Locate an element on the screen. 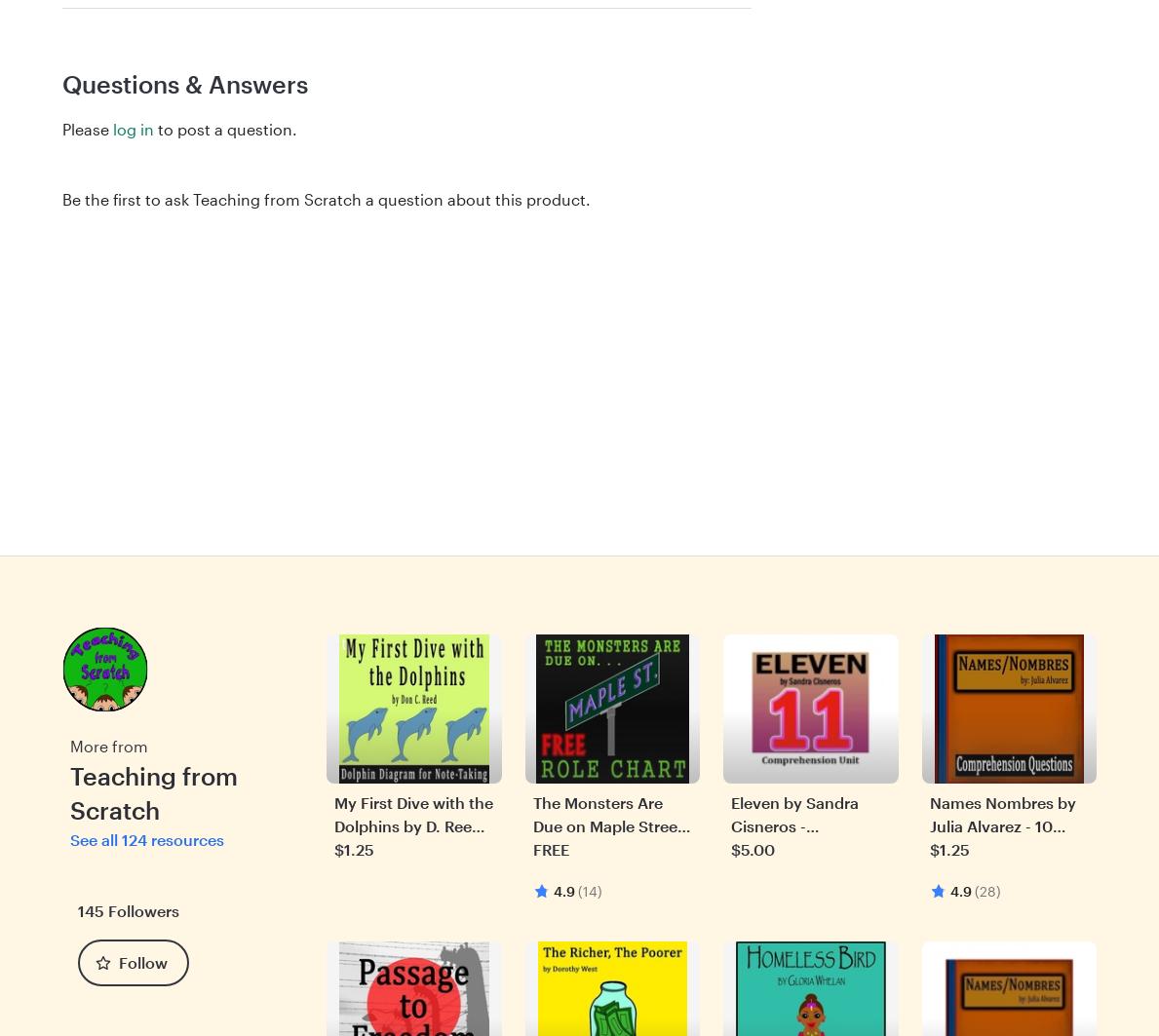 The height and width of the screenshot is (1036, 1159). '145' is located at coordinates (90, 909).